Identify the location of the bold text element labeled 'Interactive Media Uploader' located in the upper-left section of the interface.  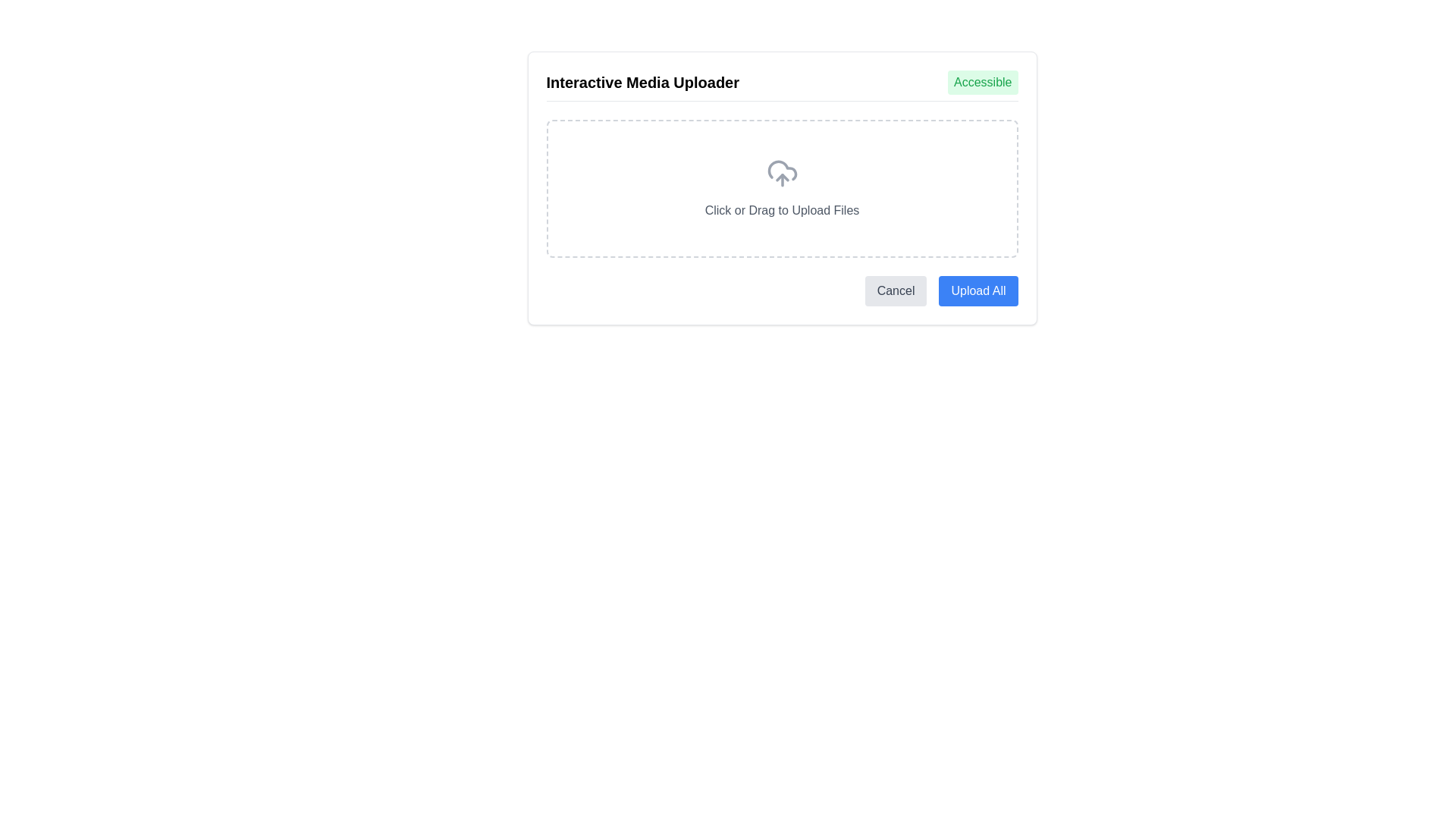
(642, 82).